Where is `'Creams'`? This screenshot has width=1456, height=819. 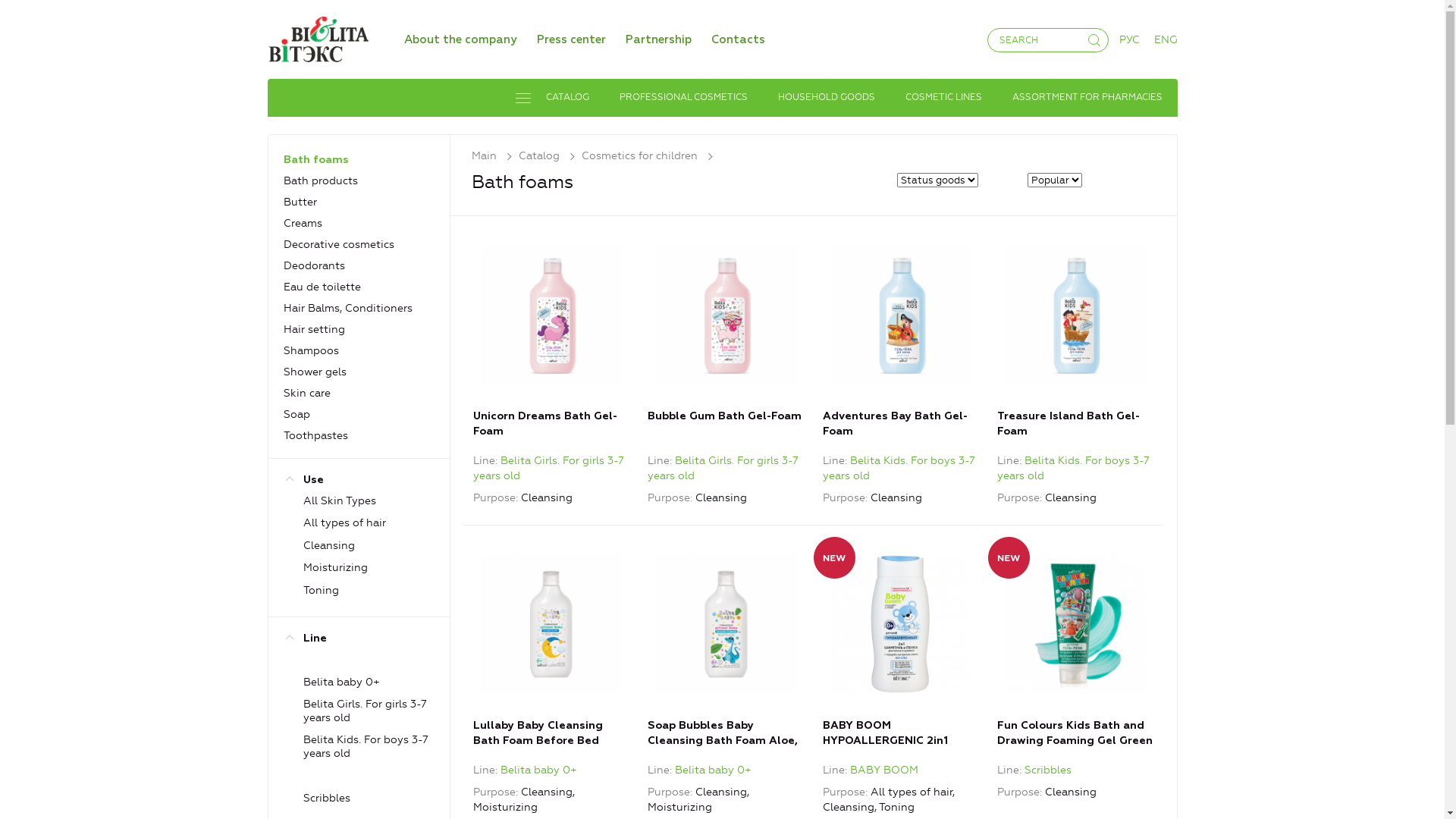 'Creams' is located at coordinates (303, 223).